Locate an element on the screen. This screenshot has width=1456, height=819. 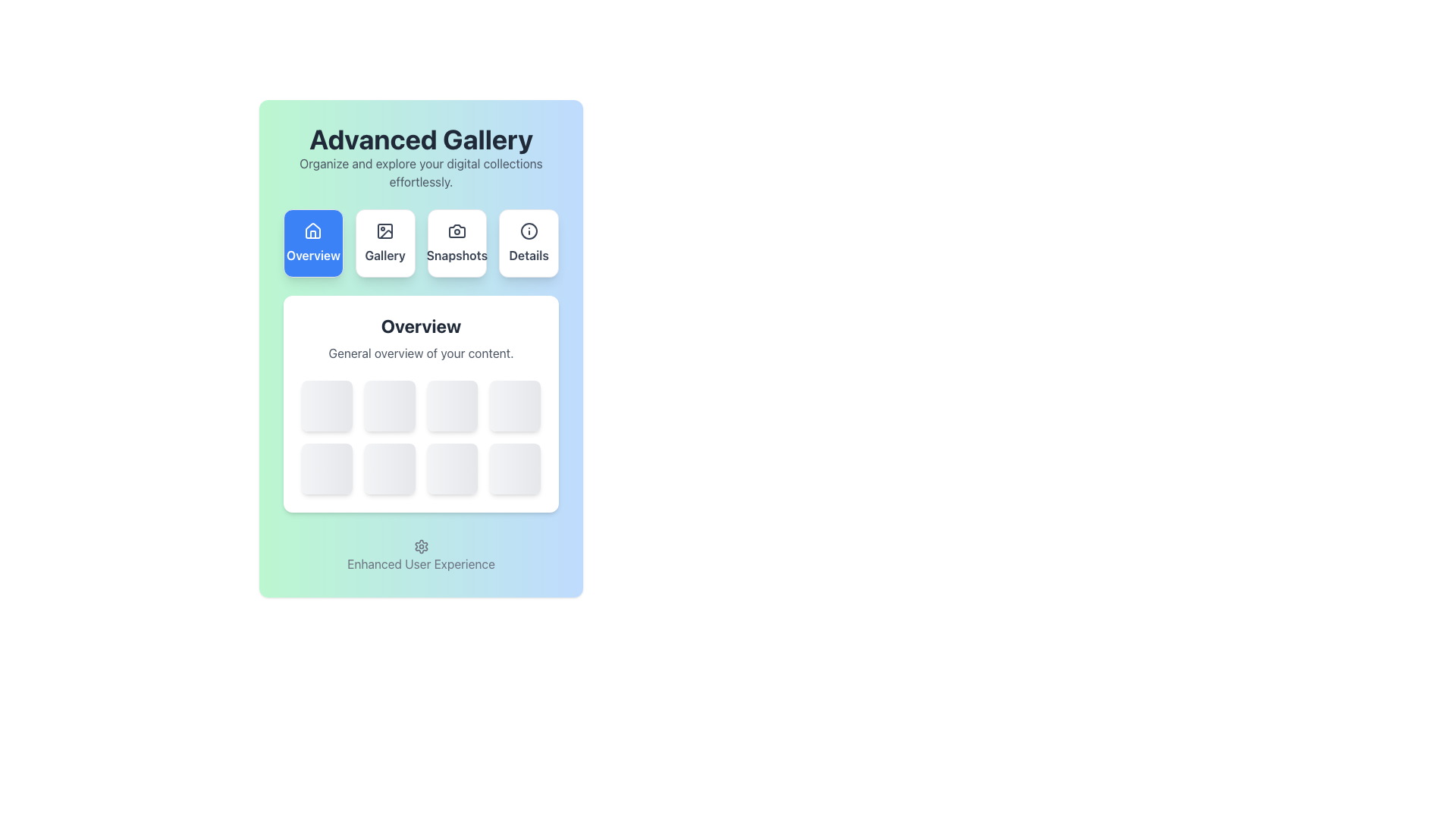
the 'Snapshots' button, which is a rectangular button with rounded corners, white color with blue highlights on hover, featuring a camera icon at the top and the text 'Snapshots' below it, located in the third column of buttons in the center of the user interface is located at coordinates (456, 242).